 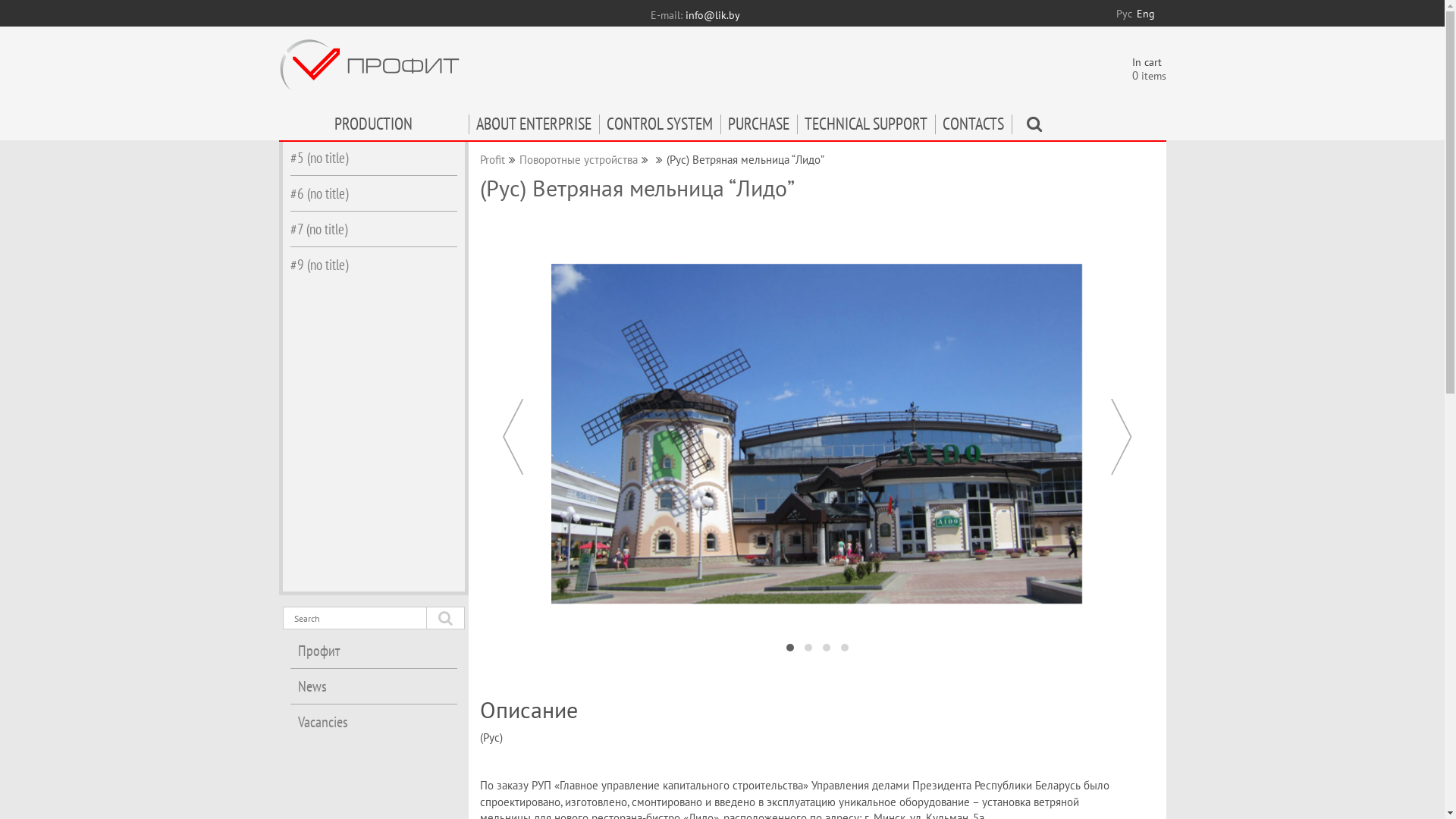 I want to click on 'News', so click(x=372, y=686).